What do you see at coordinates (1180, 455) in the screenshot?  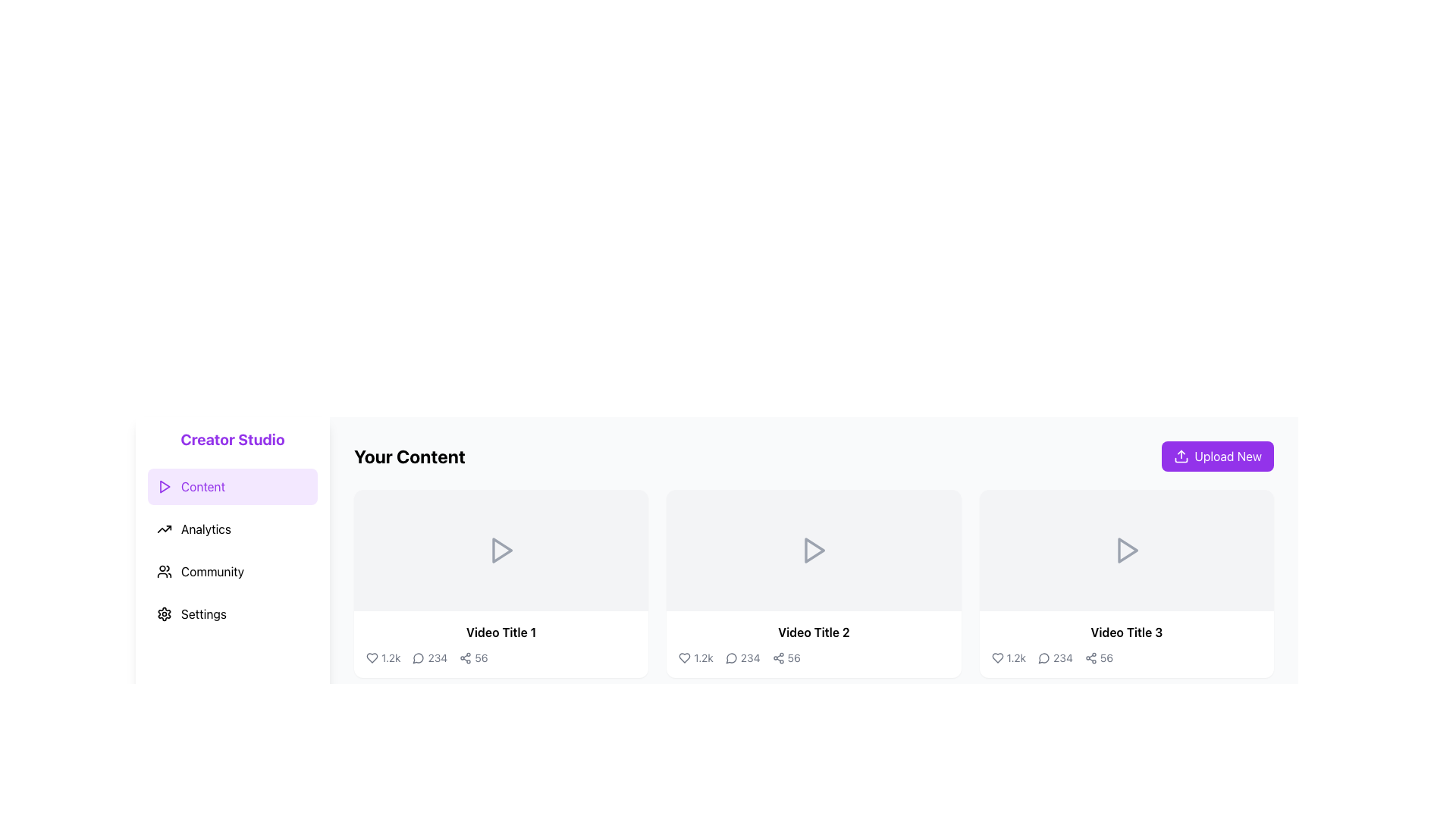 I see `the 'Upload New' button which contains the icon indicating the functionality of uploading or adding new content` at bounding box center [1180, 455].